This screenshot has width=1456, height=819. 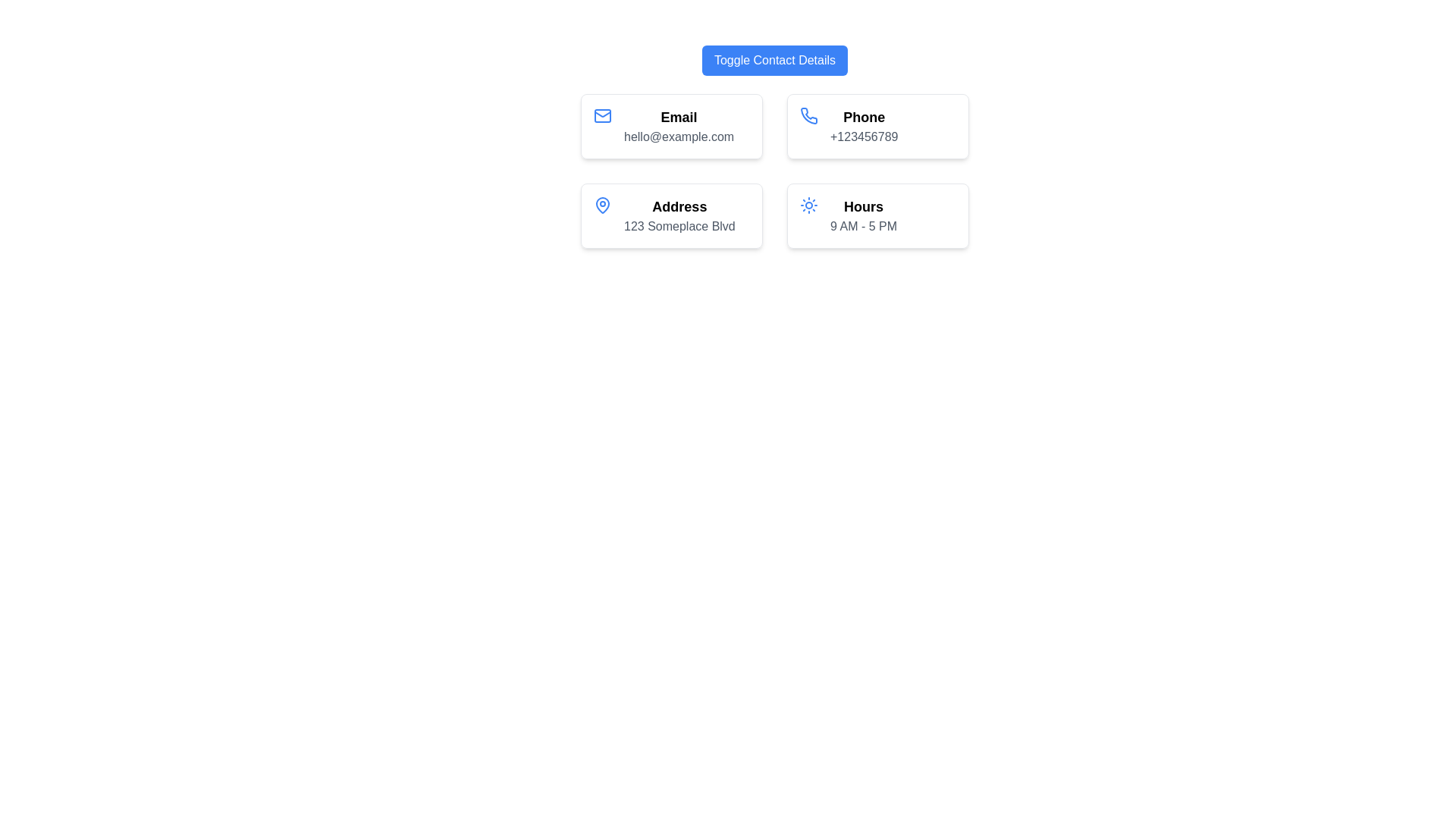 What do you see at coordinates (808, 216) in the screenshot?
I see `the blue sun-like icon located within the 'Hours' card, which displays the time range '9 AM - 5 PM'. This icon is the leftmost component in the card positioned at the bottom right among four cards` at bounding box center [808, 216].